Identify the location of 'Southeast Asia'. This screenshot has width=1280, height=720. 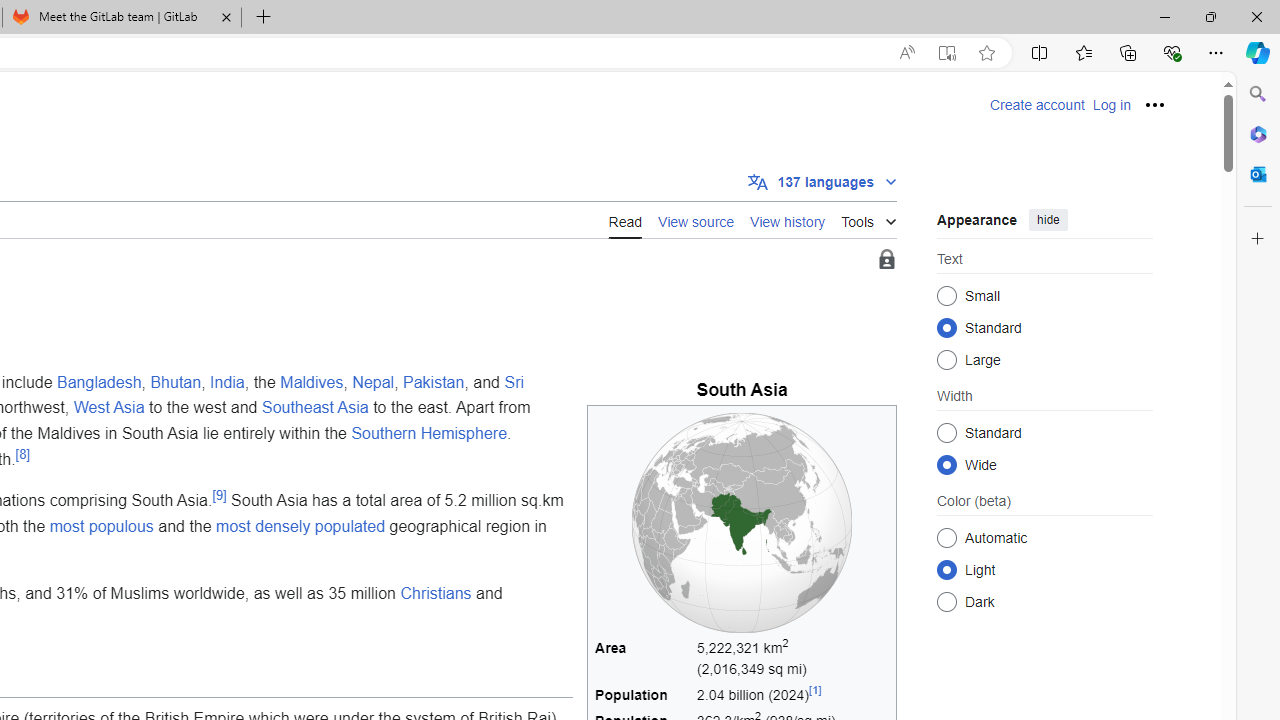
(313, 406).